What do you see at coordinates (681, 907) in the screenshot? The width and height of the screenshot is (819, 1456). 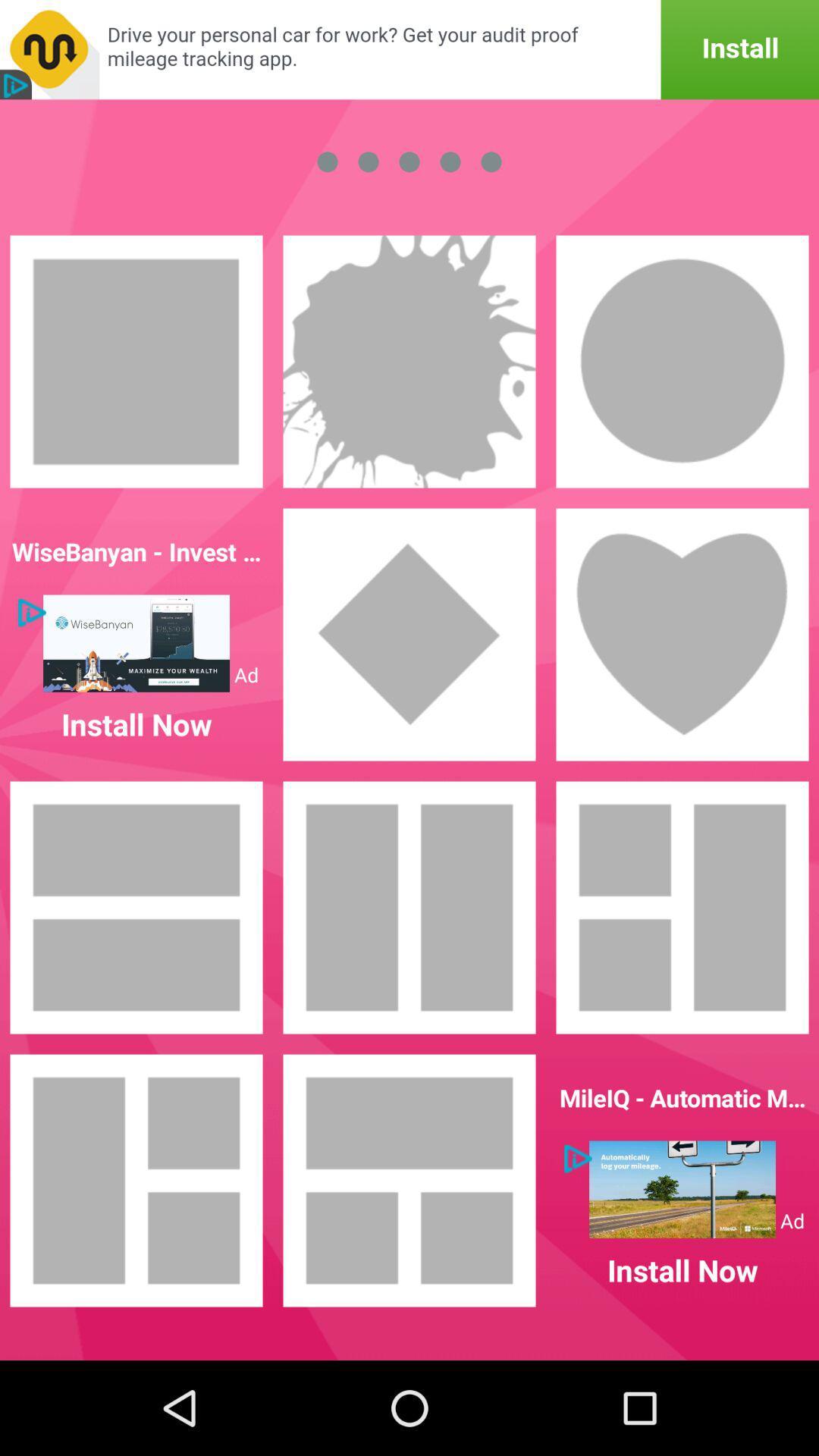 I see `layout` at bounding box center [681, 907].